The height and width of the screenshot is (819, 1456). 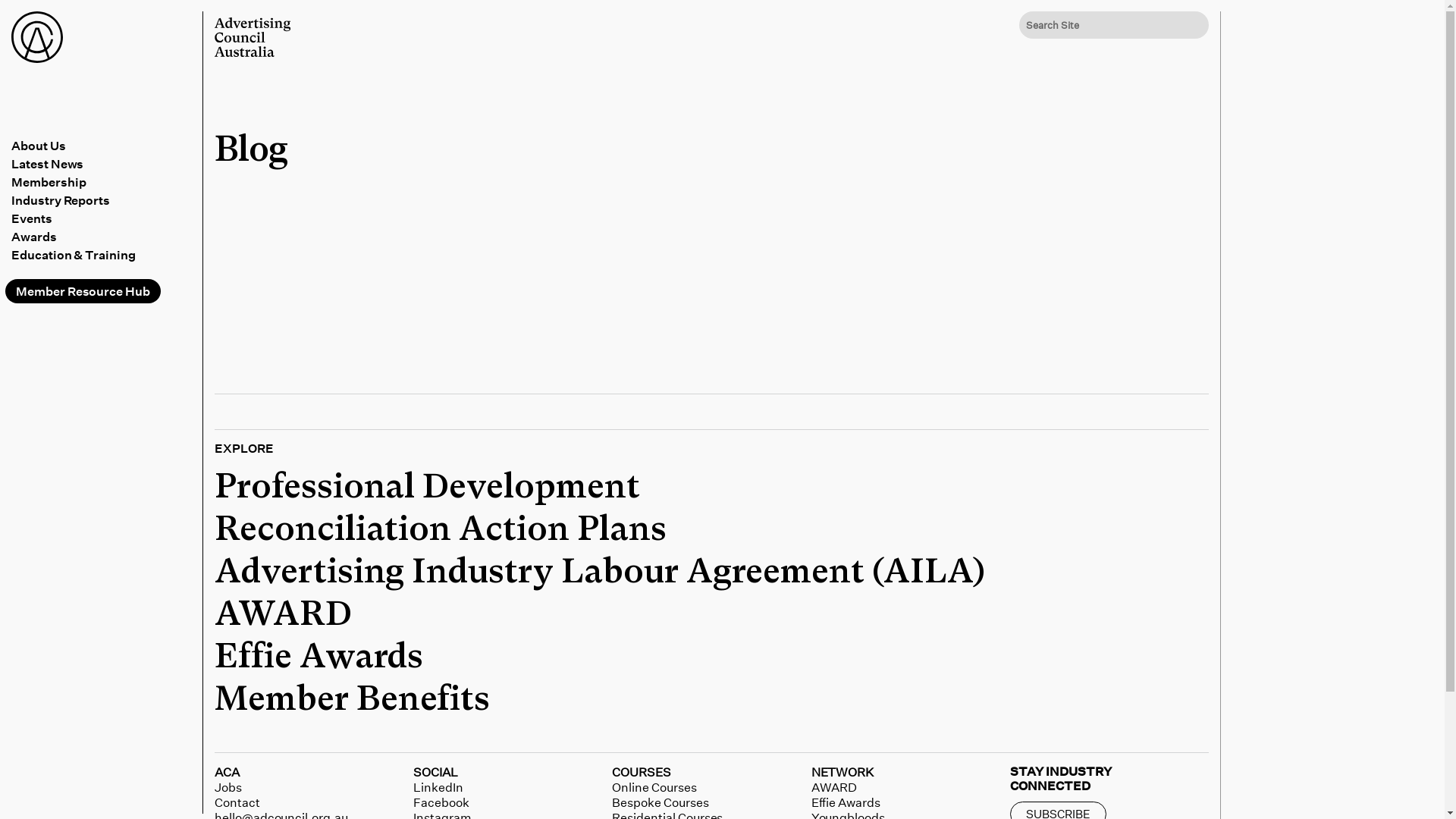 I want to click on 'Awards', so click(x=11, y=237).